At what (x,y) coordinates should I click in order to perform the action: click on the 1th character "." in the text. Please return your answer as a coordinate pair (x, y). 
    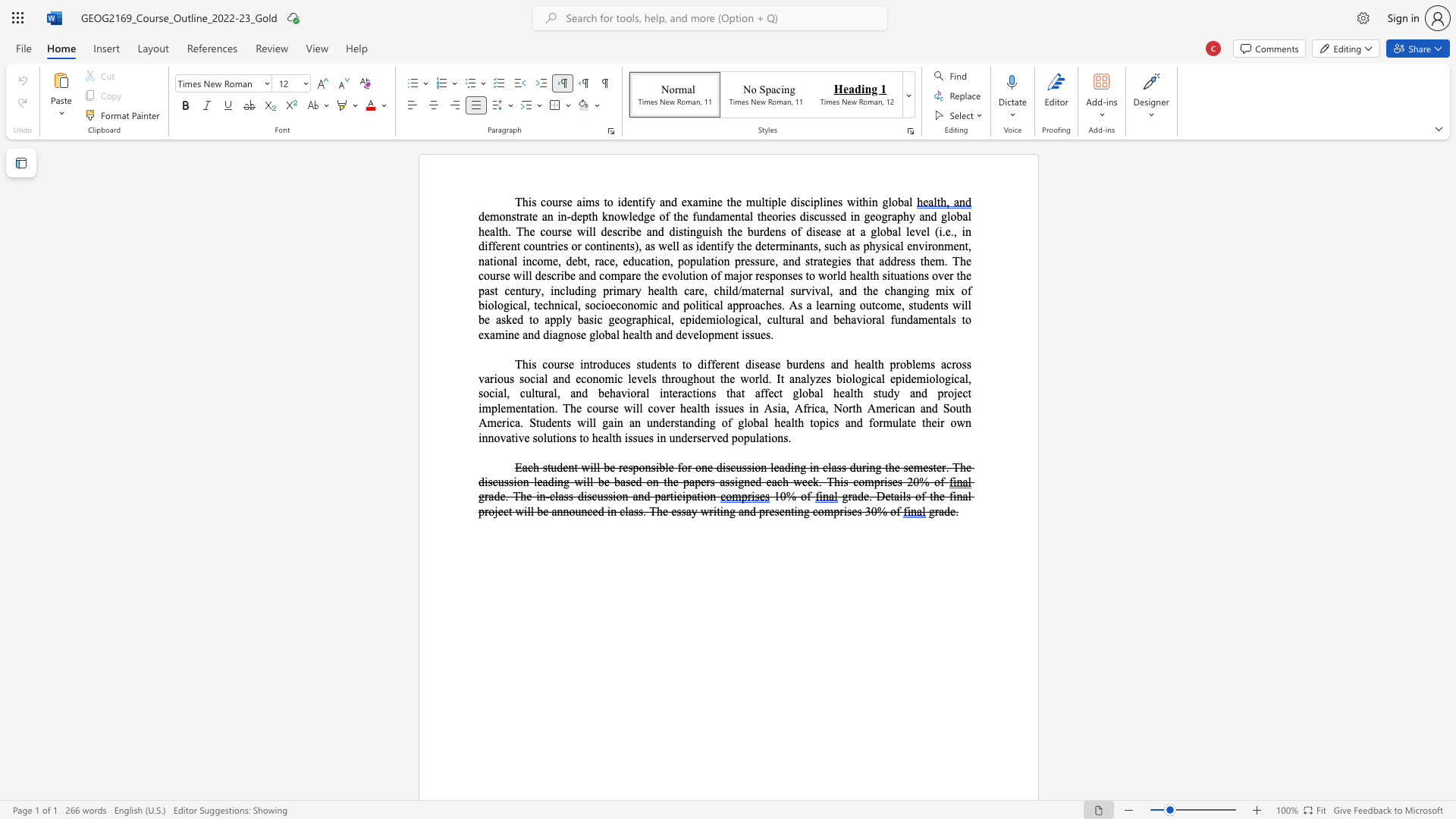
    Looking at the image, I should click on (783, 305).